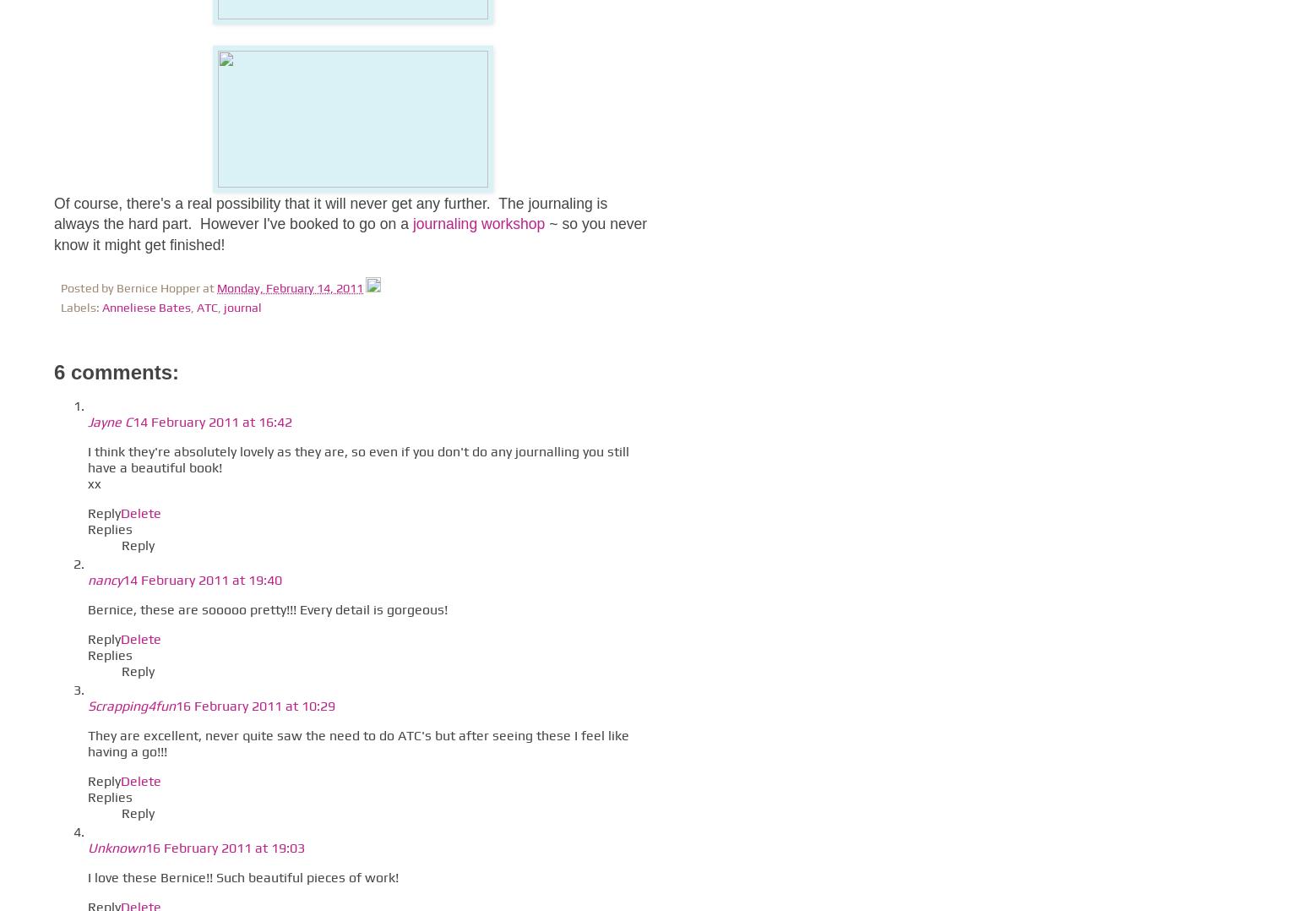 The width and height of the screenshot is (1316, 911). What do you see at coordinates (54, 234) in the screenshot?
I see `'~ so you never know it might get finished!'` at bounding box center [54, 234].